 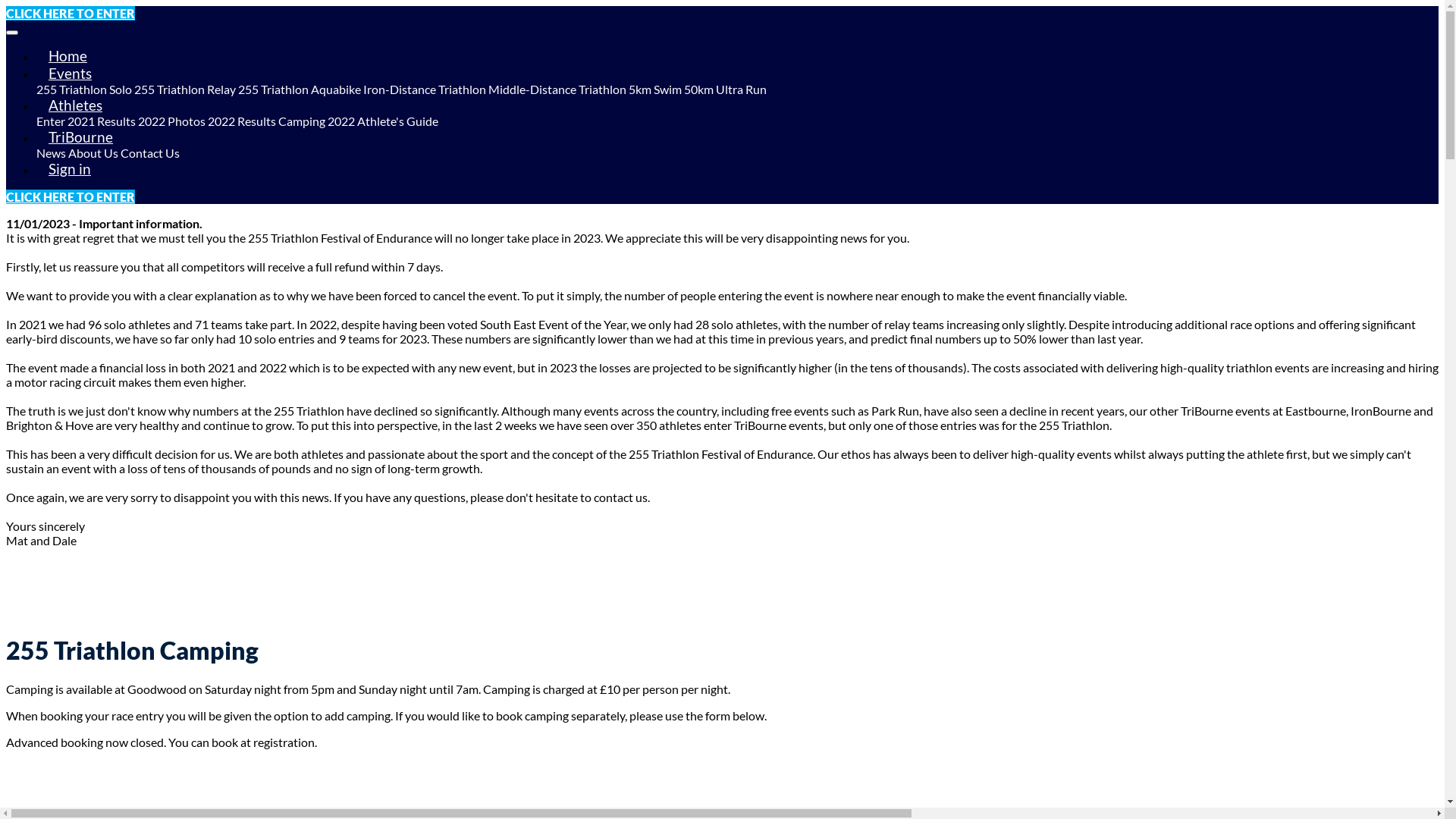 I want to click on 'About Us', so click(x=67, y=152).